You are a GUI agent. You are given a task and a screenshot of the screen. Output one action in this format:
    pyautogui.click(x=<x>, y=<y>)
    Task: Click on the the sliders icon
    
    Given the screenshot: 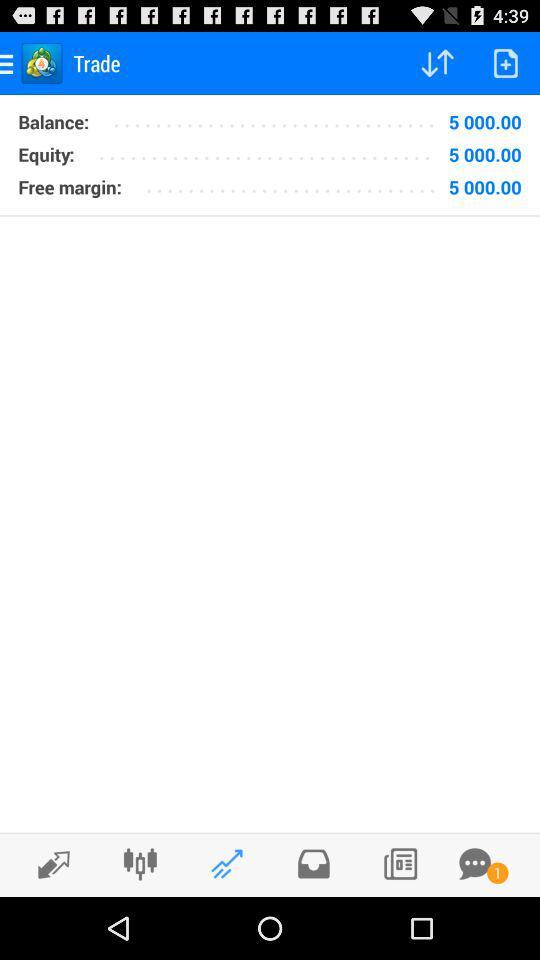 What is the action you would take?
    pyautogui.click(x=139, y=924)
    